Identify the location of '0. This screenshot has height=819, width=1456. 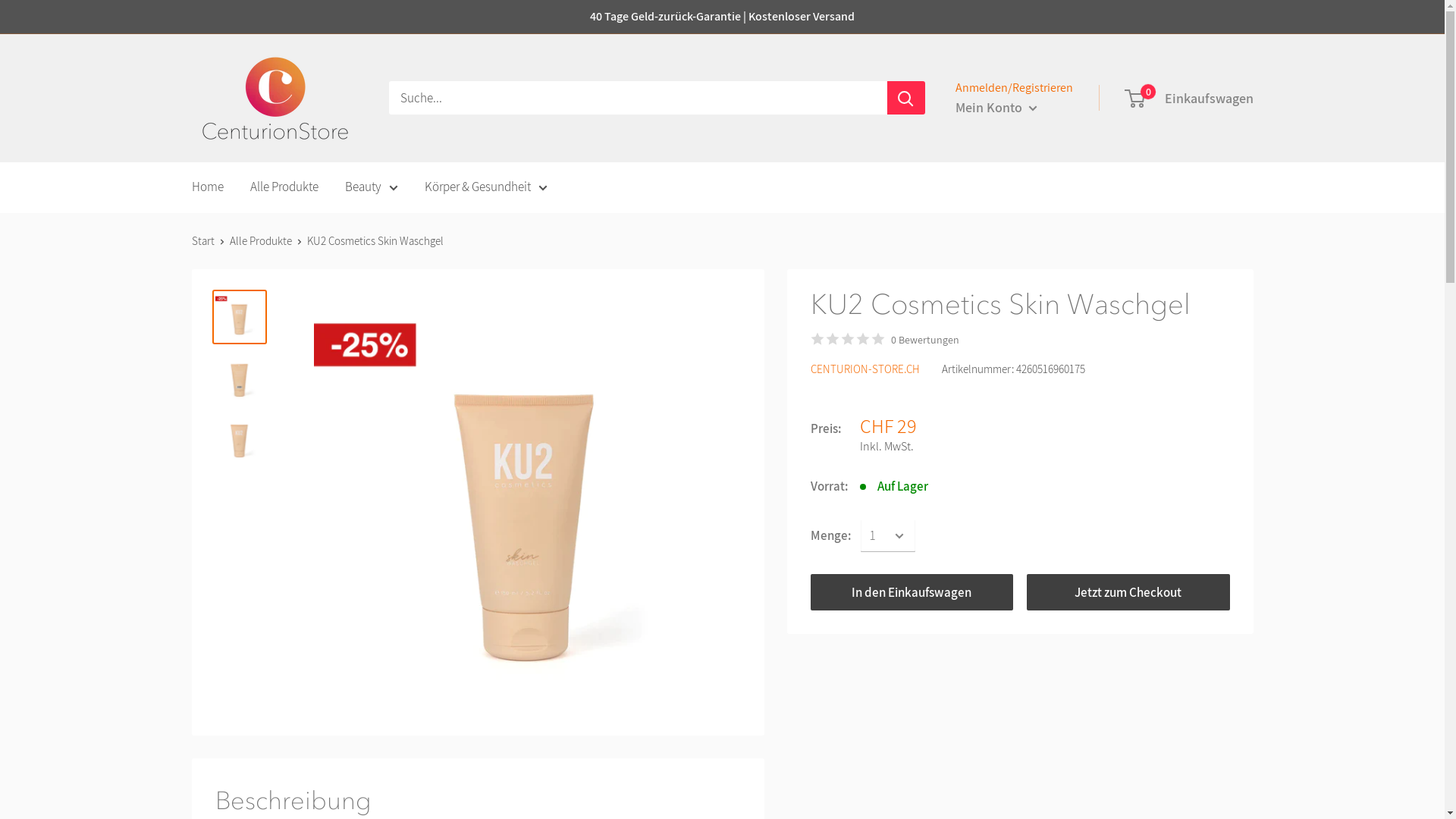
(1188, 99).